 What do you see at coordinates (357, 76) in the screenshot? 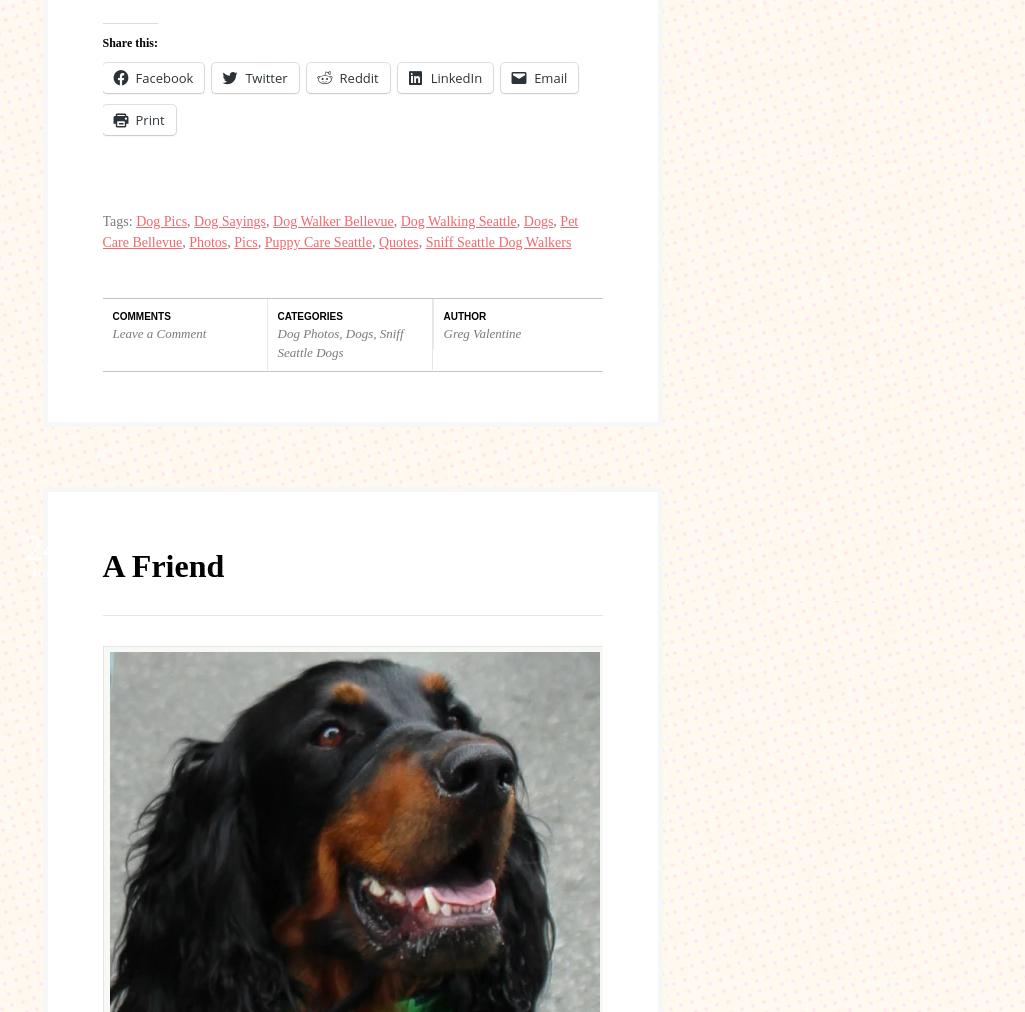
I see `'Reddit'` at bounding box center [357, 76].